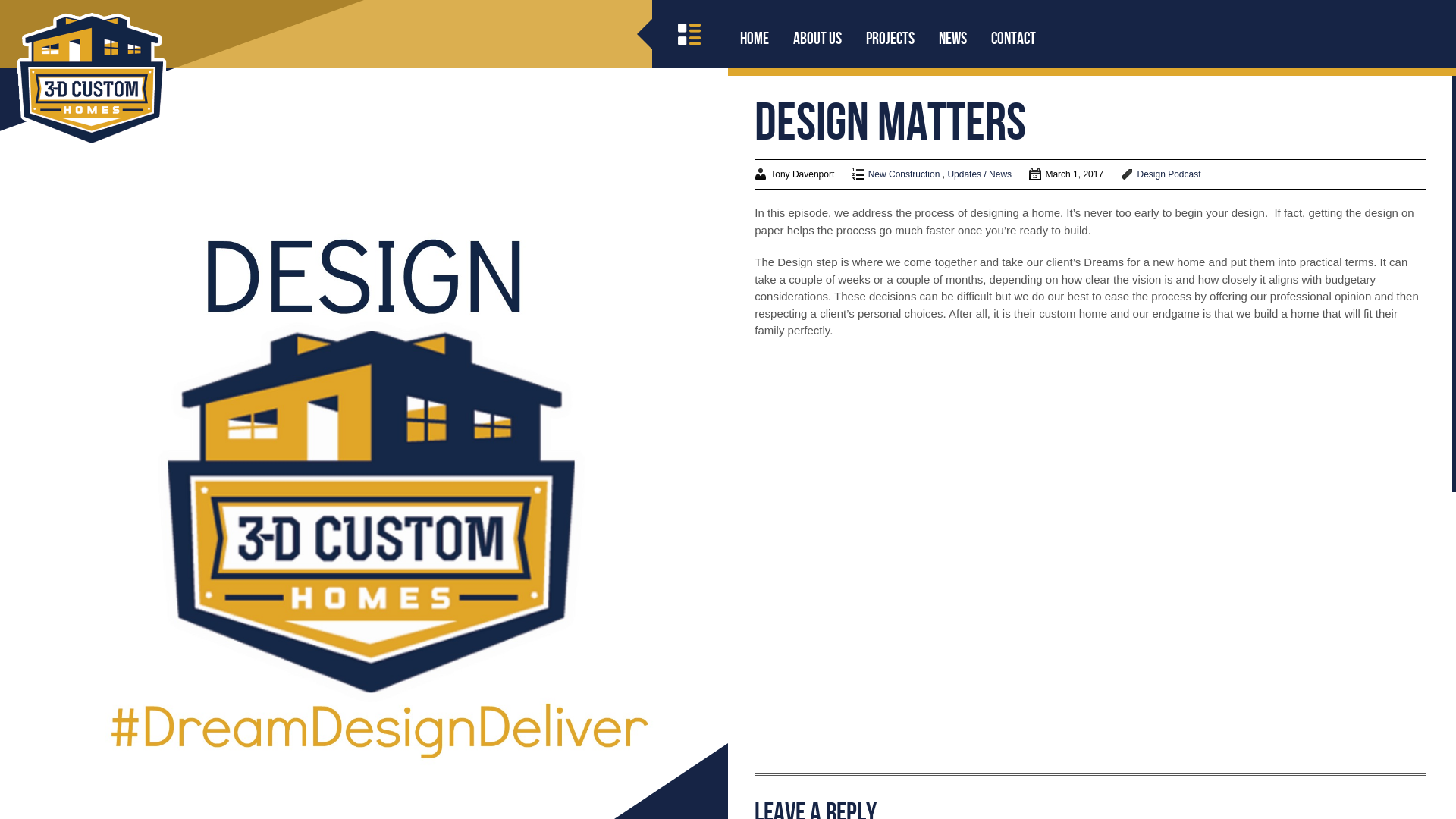 The image size is (1456, 819). What do you see at coordinates (817, 37) in the screenshot?
I see `'About Us'` at bounding box center [817, 37].